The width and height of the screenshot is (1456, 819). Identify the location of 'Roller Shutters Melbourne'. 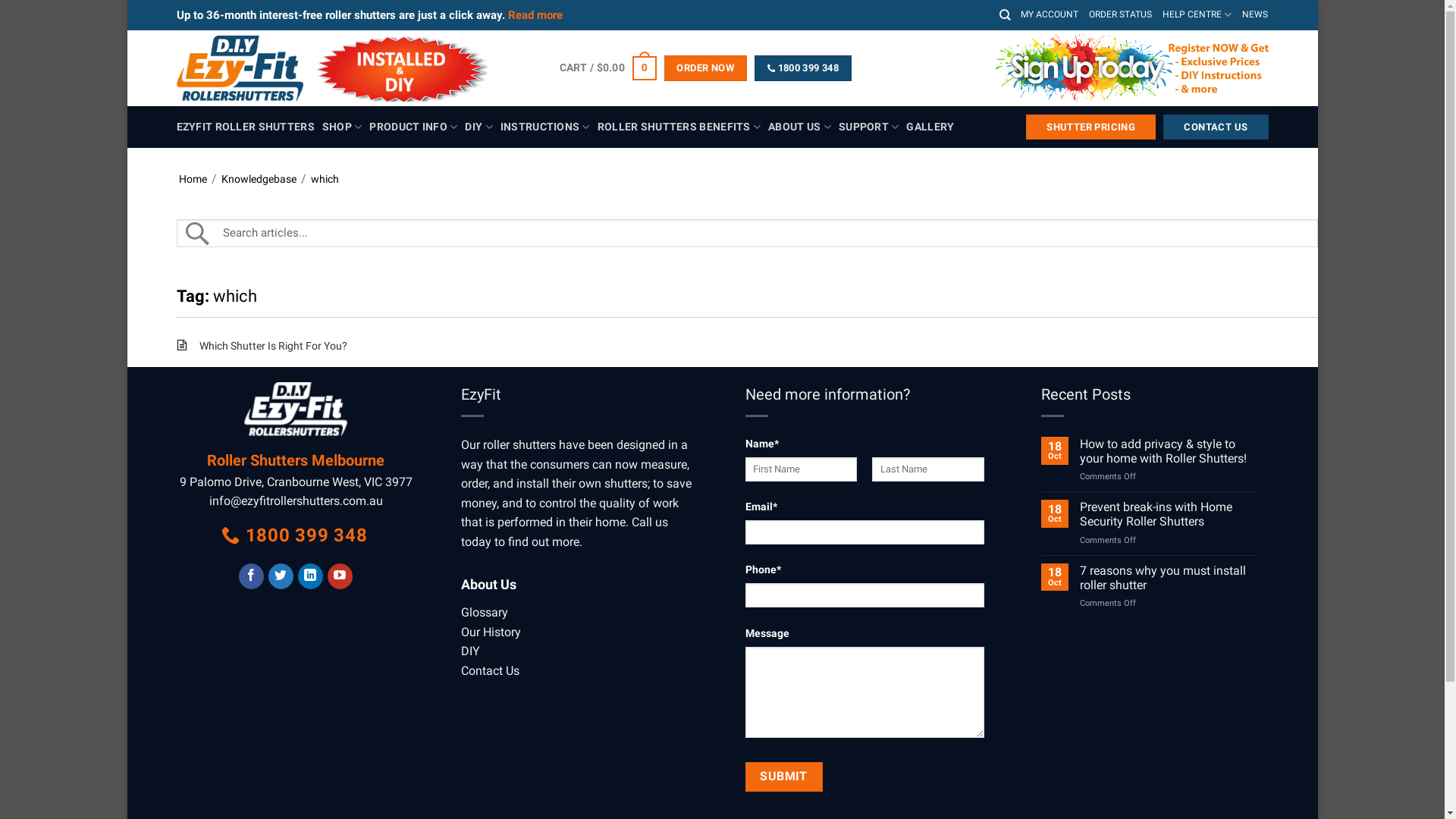
(295, 459).